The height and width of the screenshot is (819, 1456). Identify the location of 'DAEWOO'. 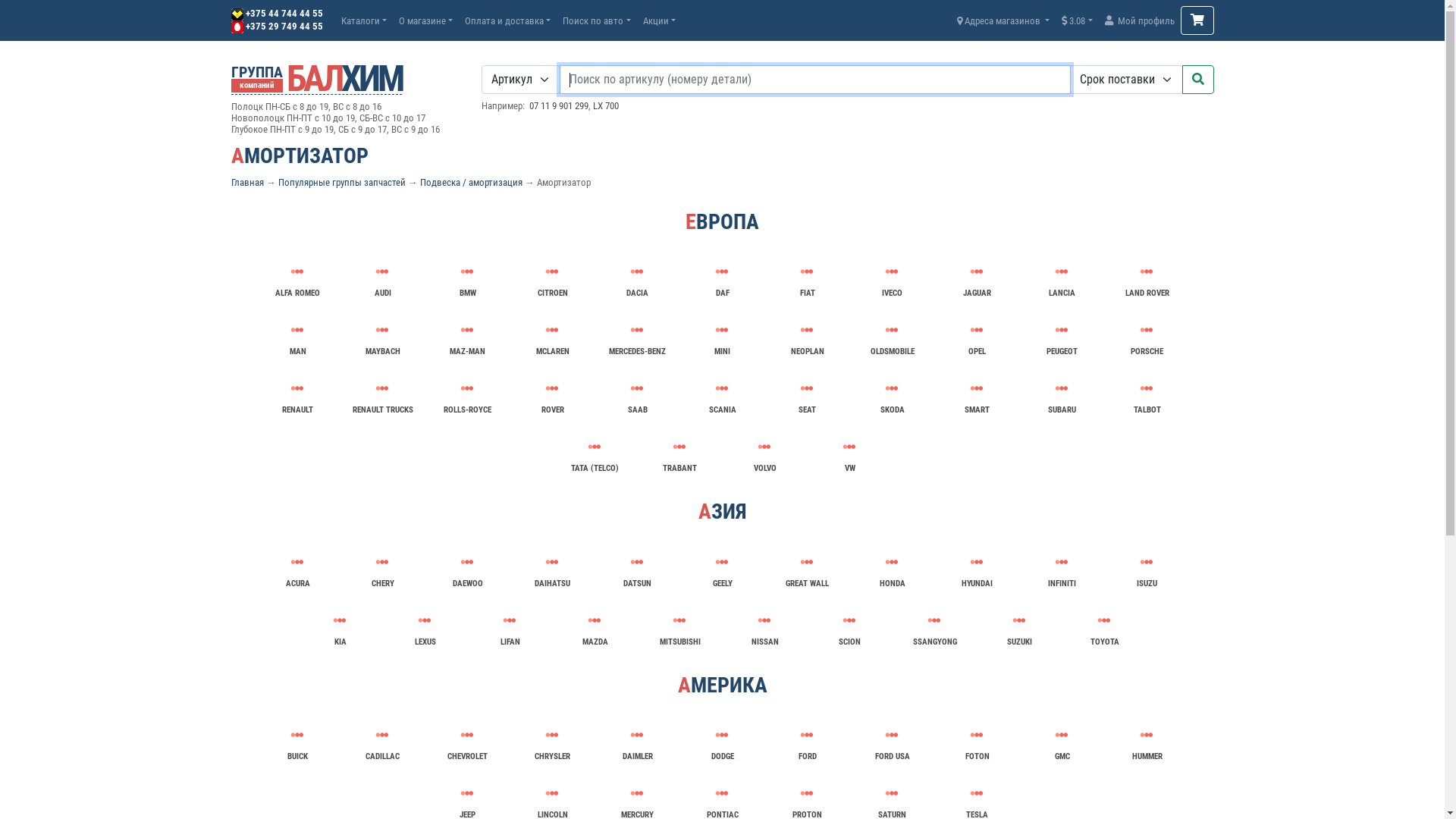
(466, 561).